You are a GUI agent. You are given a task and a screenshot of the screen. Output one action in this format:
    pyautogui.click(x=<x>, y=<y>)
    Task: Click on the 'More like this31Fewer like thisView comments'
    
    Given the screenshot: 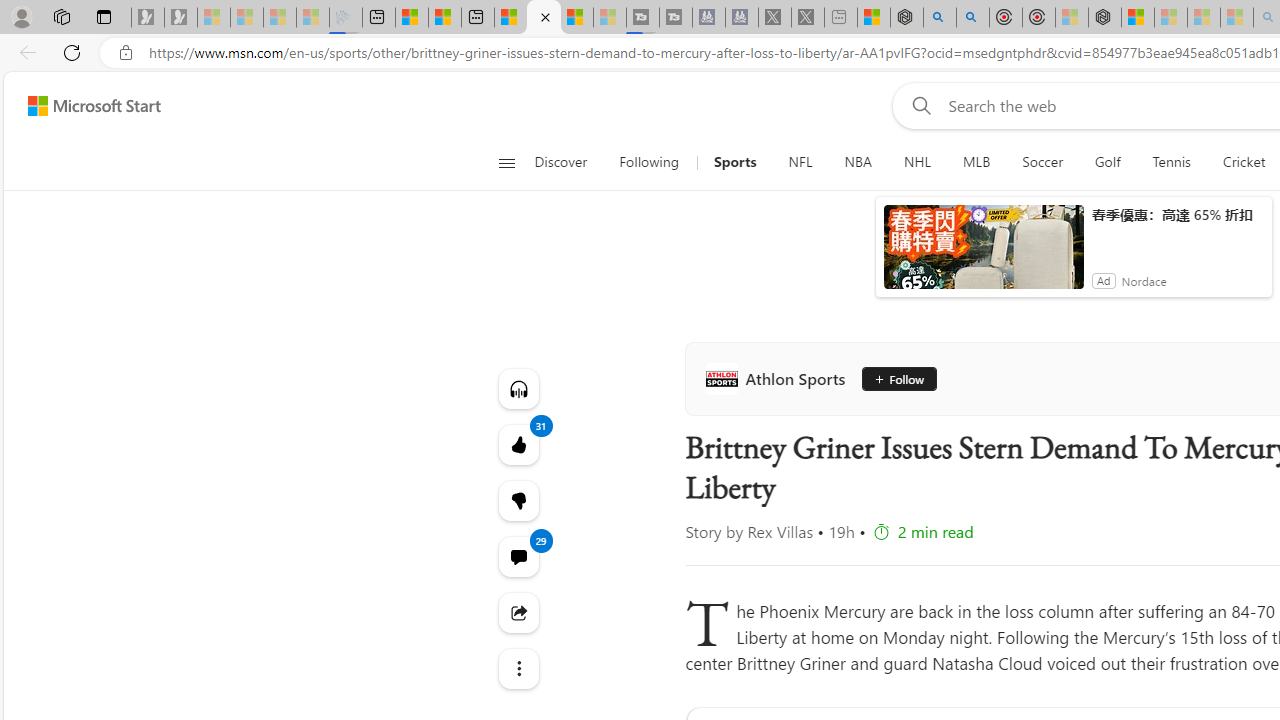 What is the action you would take?
    pyautogui.click(x=518, y=499)
    